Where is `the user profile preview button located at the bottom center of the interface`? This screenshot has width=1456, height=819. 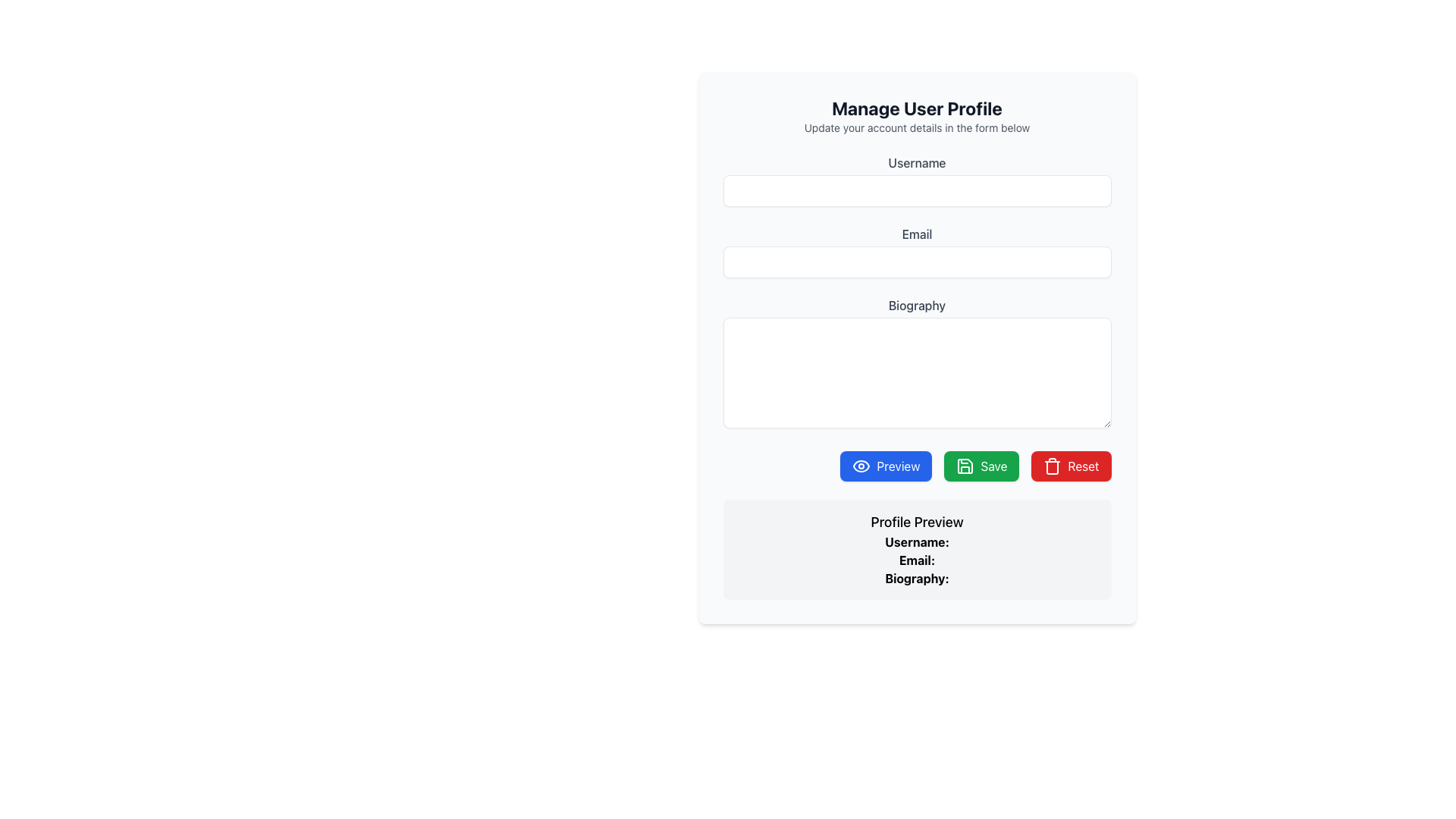
the user profile preview button located at the bottom center of the interface is located at coordinates (886, 465).